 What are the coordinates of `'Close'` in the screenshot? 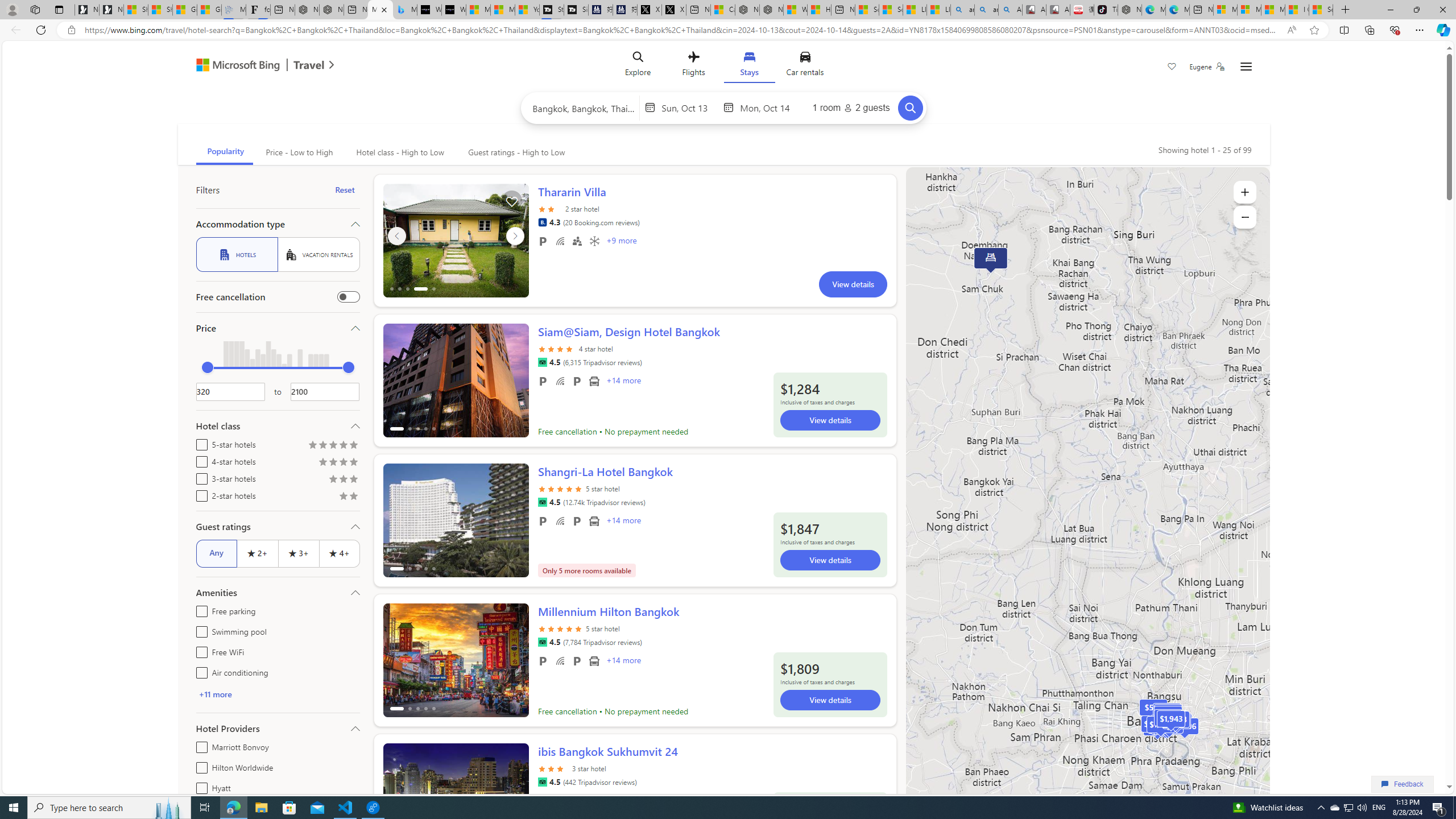 It's located at (1442, 9).